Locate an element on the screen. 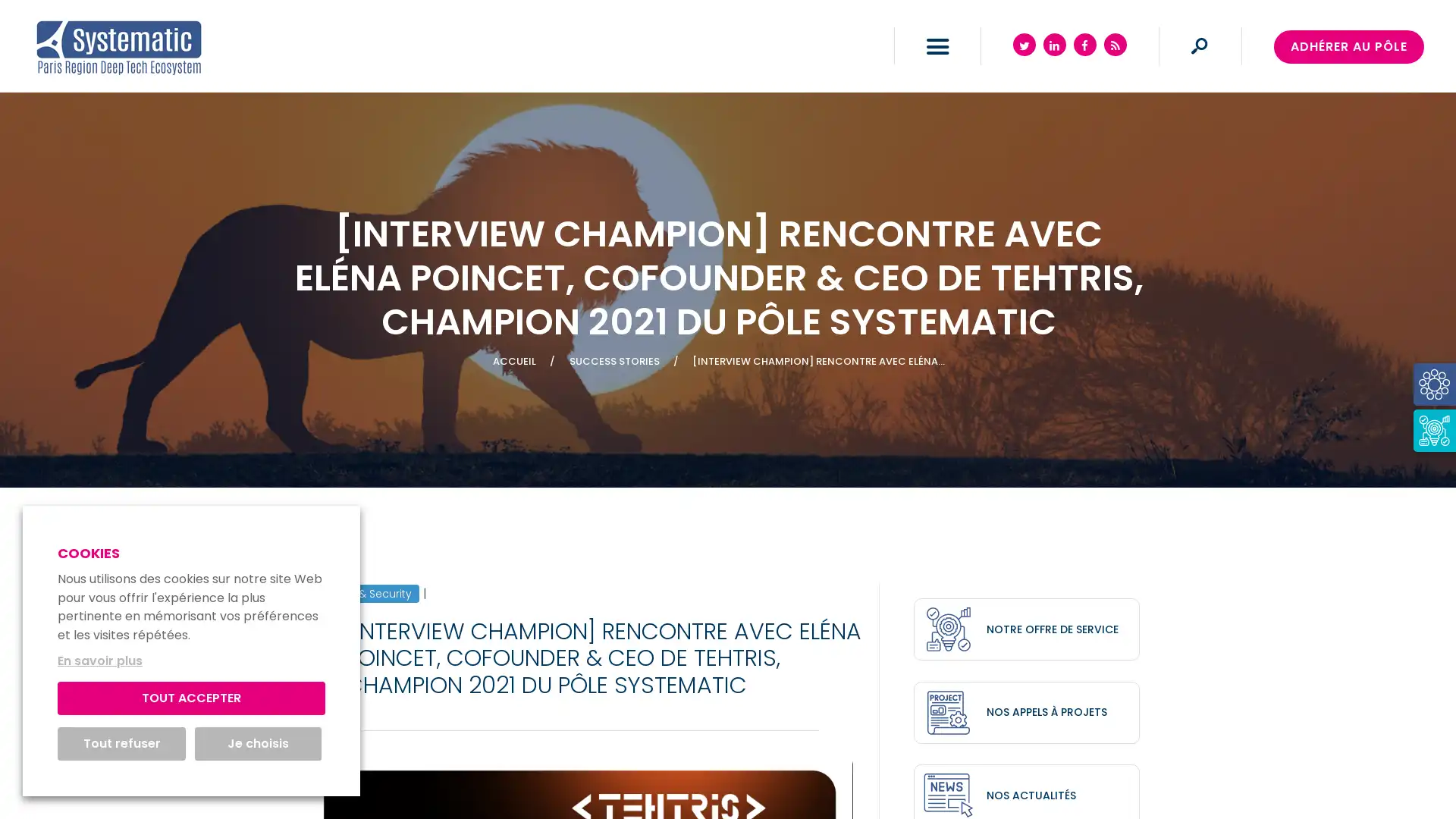  TOUT ACCEPTER is located at coordinates (190, 698).